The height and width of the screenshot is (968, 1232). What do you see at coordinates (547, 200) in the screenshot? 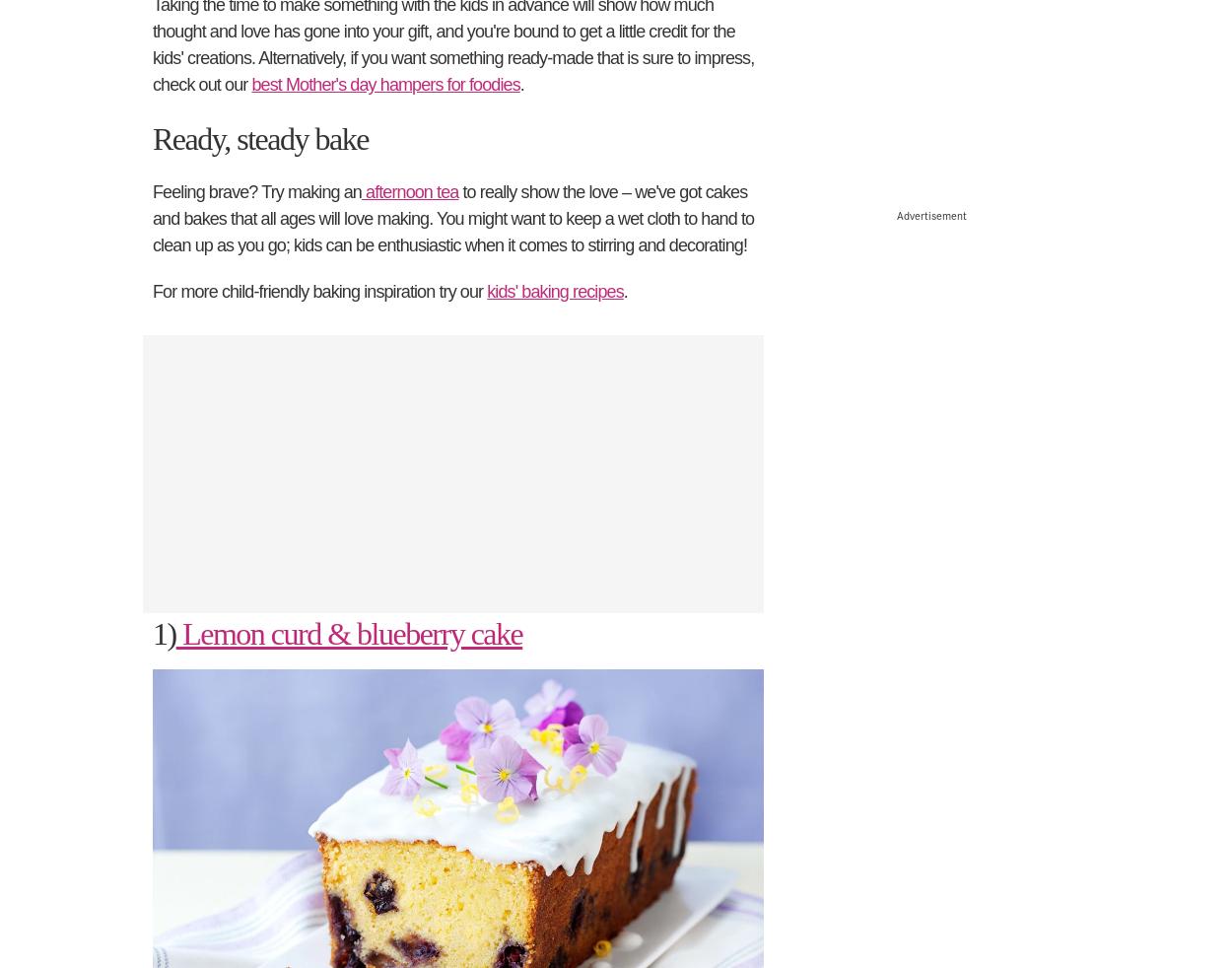
I see `'528 ratings'` at bounding box center [547, 200].